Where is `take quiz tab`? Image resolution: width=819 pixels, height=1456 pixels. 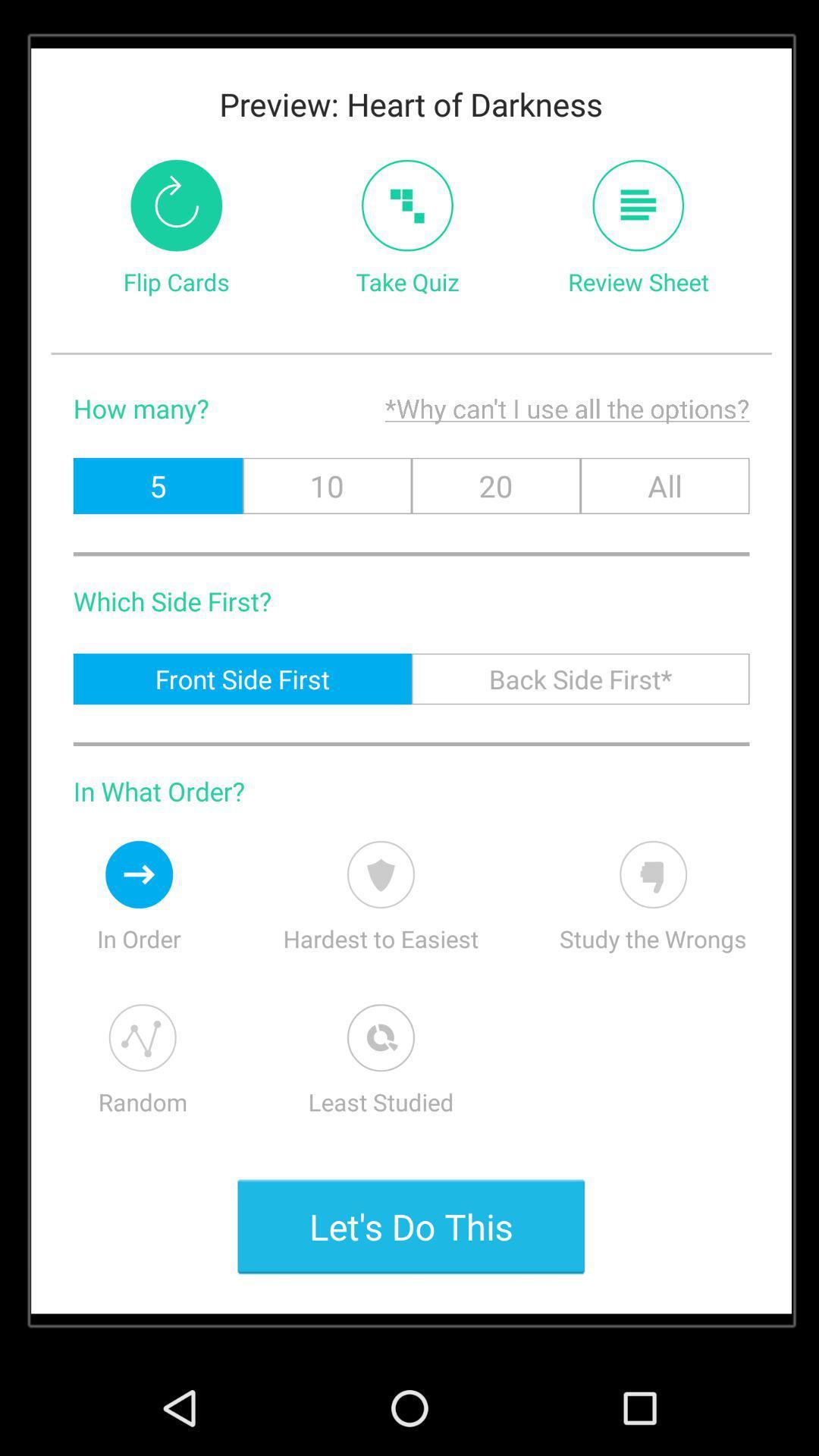
take quiz tab is located at coordinates (406, 205).